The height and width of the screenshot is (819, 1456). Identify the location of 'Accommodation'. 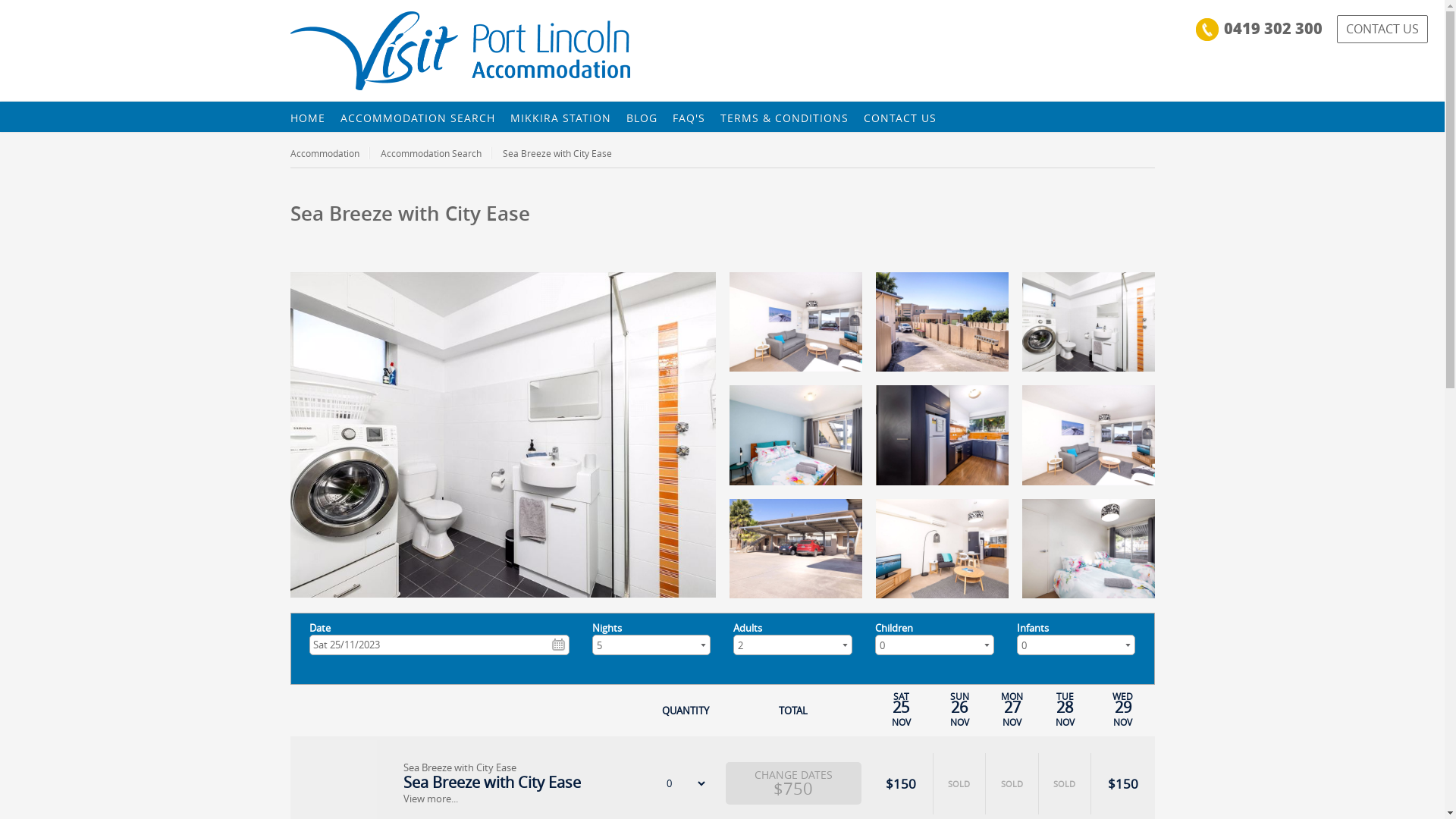
(290, 152).